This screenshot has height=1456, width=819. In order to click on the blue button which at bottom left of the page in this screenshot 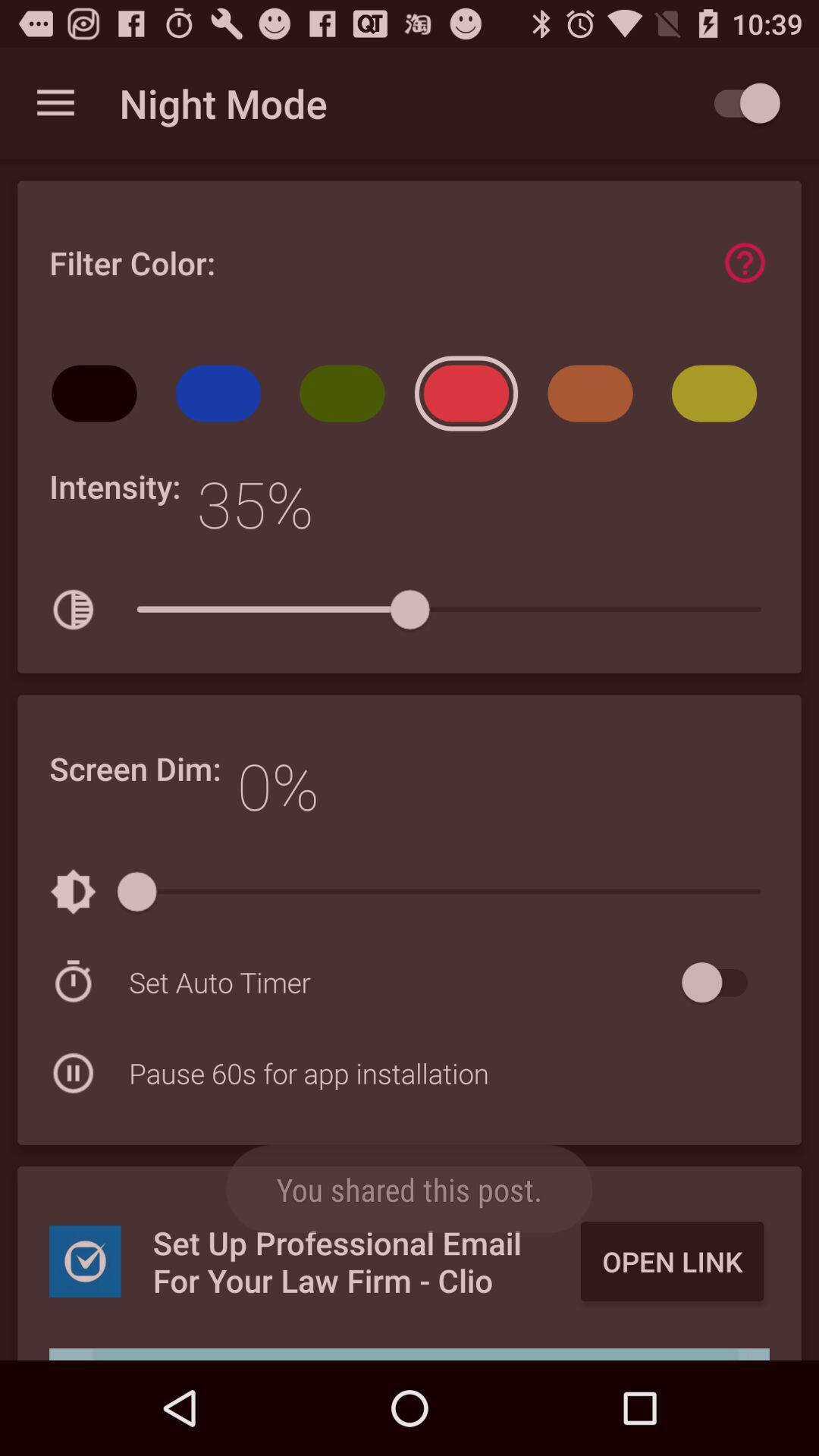, I will do `click(85, 1261)`.